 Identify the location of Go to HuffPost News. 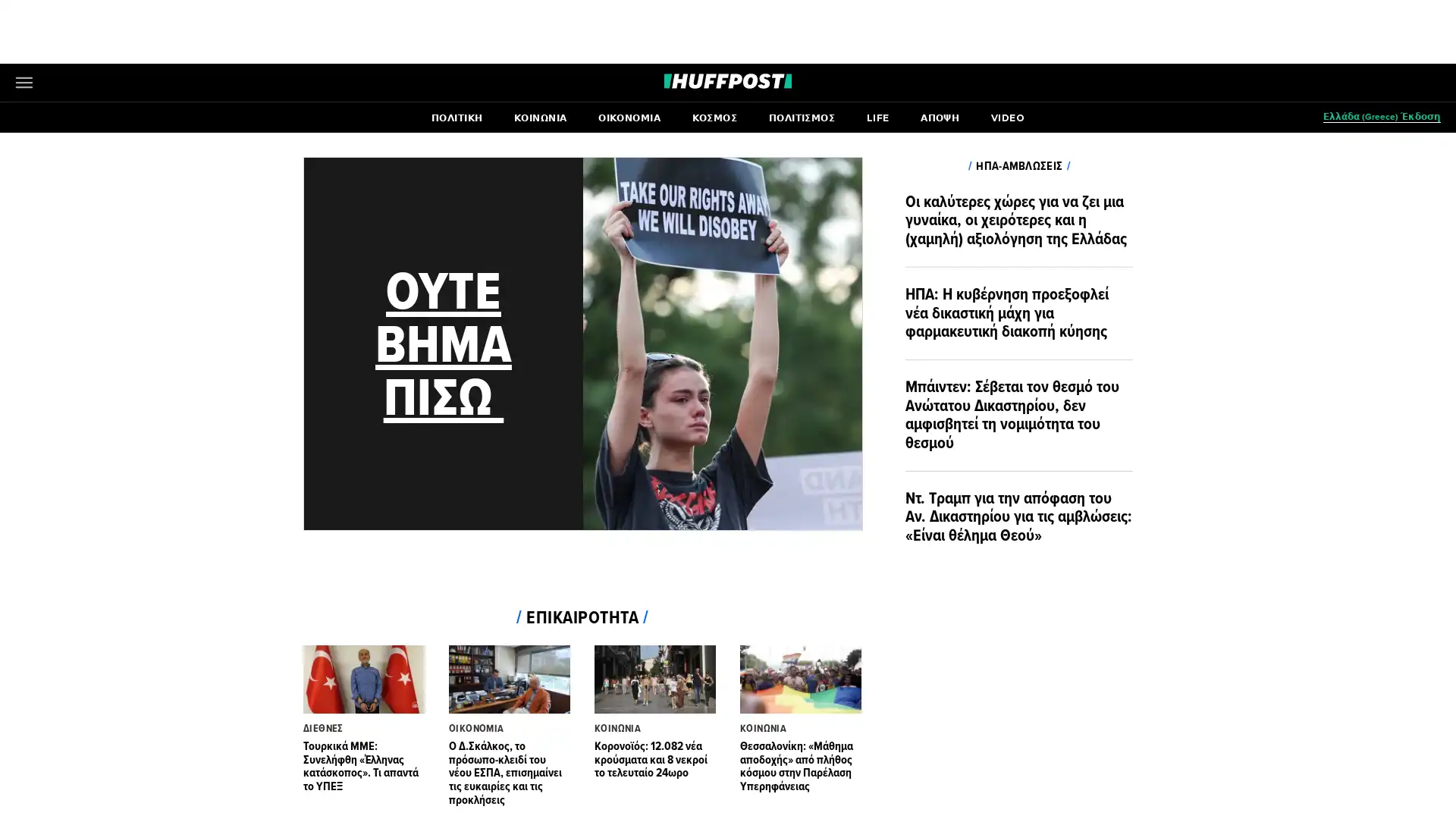
(728, 82).